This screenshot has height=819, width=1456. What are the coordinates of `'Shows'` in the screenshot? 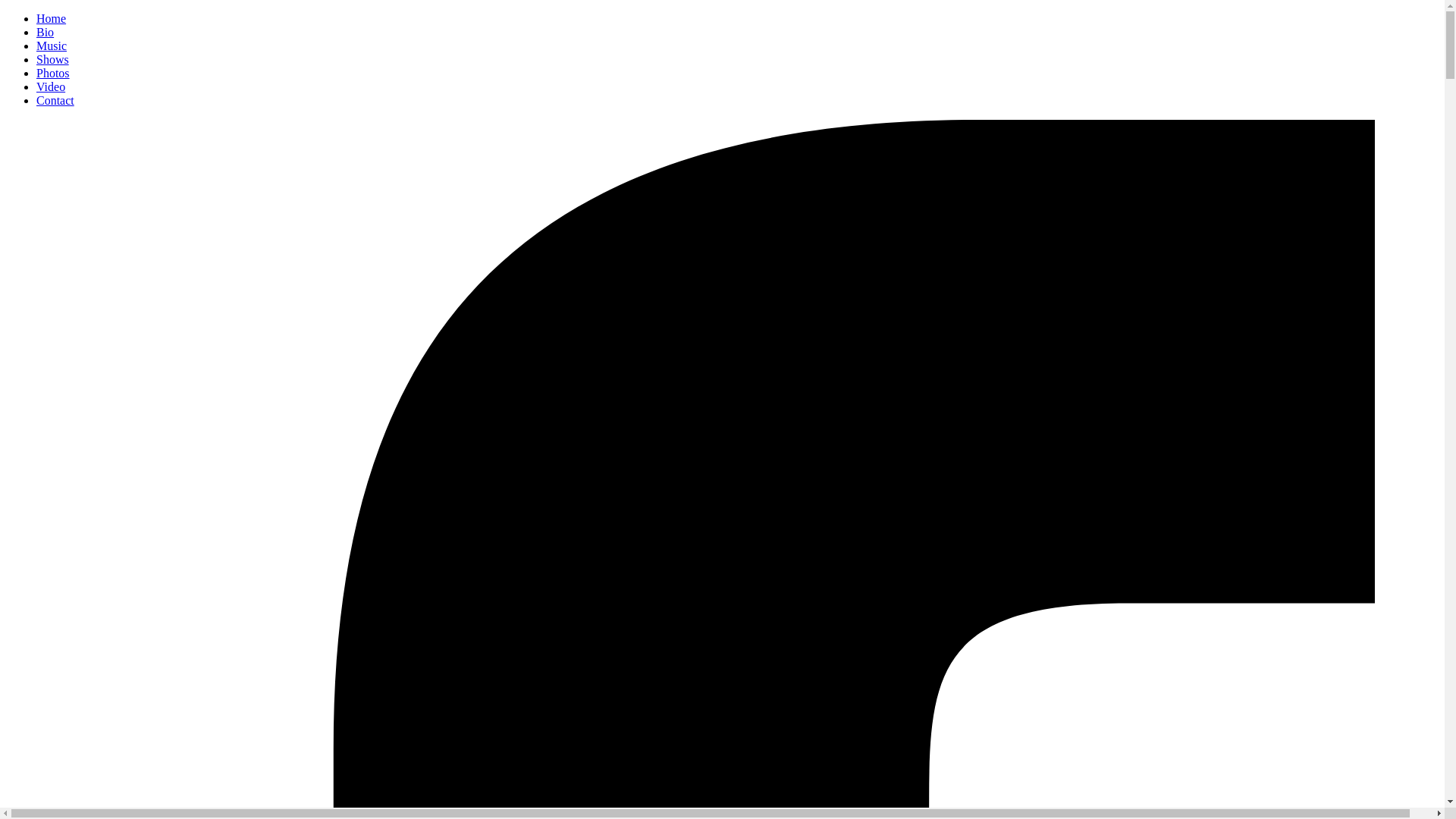 It's located at (52, 58).